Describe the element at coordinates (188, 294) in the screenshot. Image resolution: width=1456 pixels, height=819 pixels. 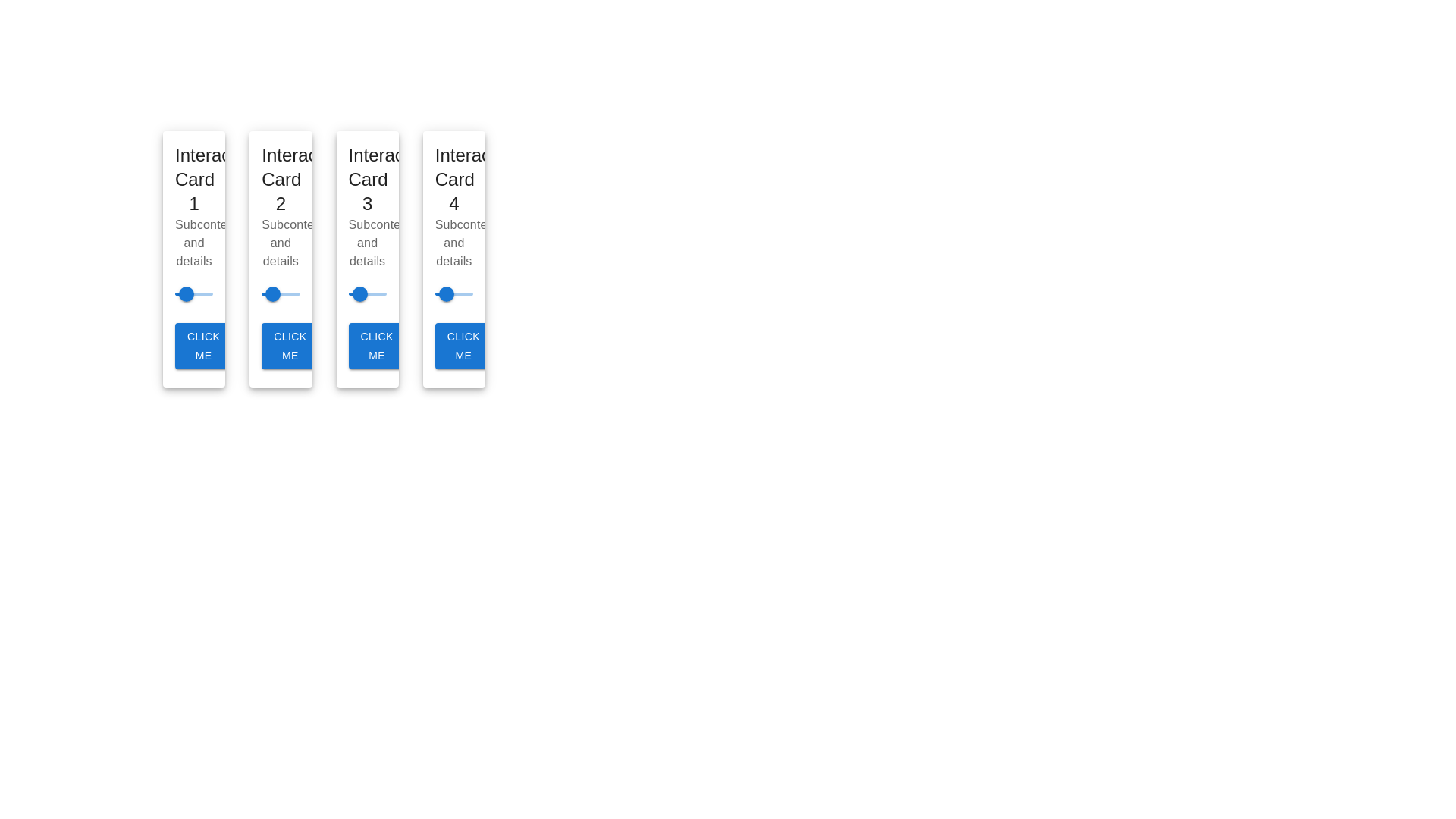
I see `the slider value` at that location.